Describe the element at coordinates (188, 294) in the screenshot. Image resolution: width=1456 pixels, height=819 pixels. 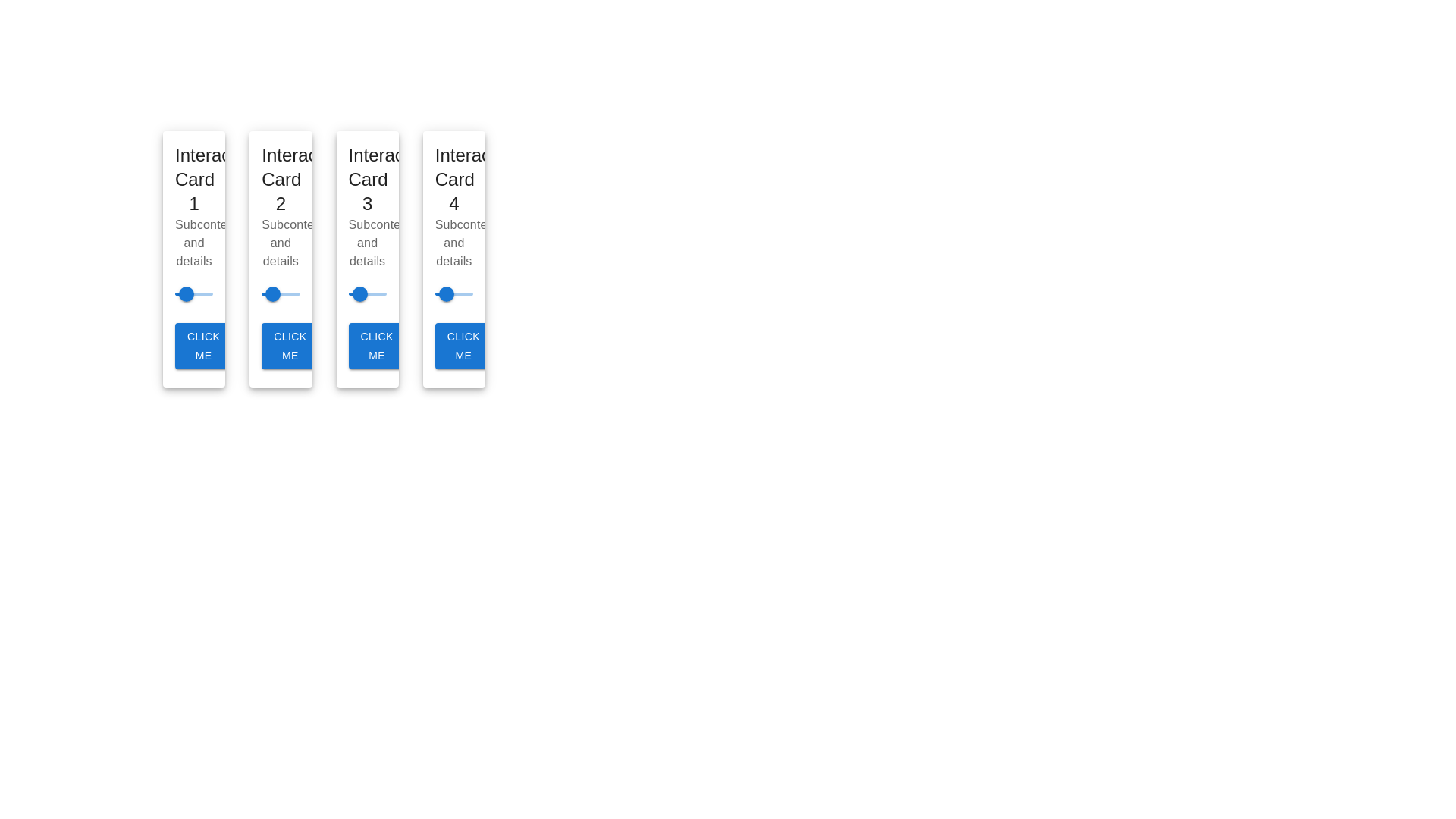
I see `the slider value` at that location.